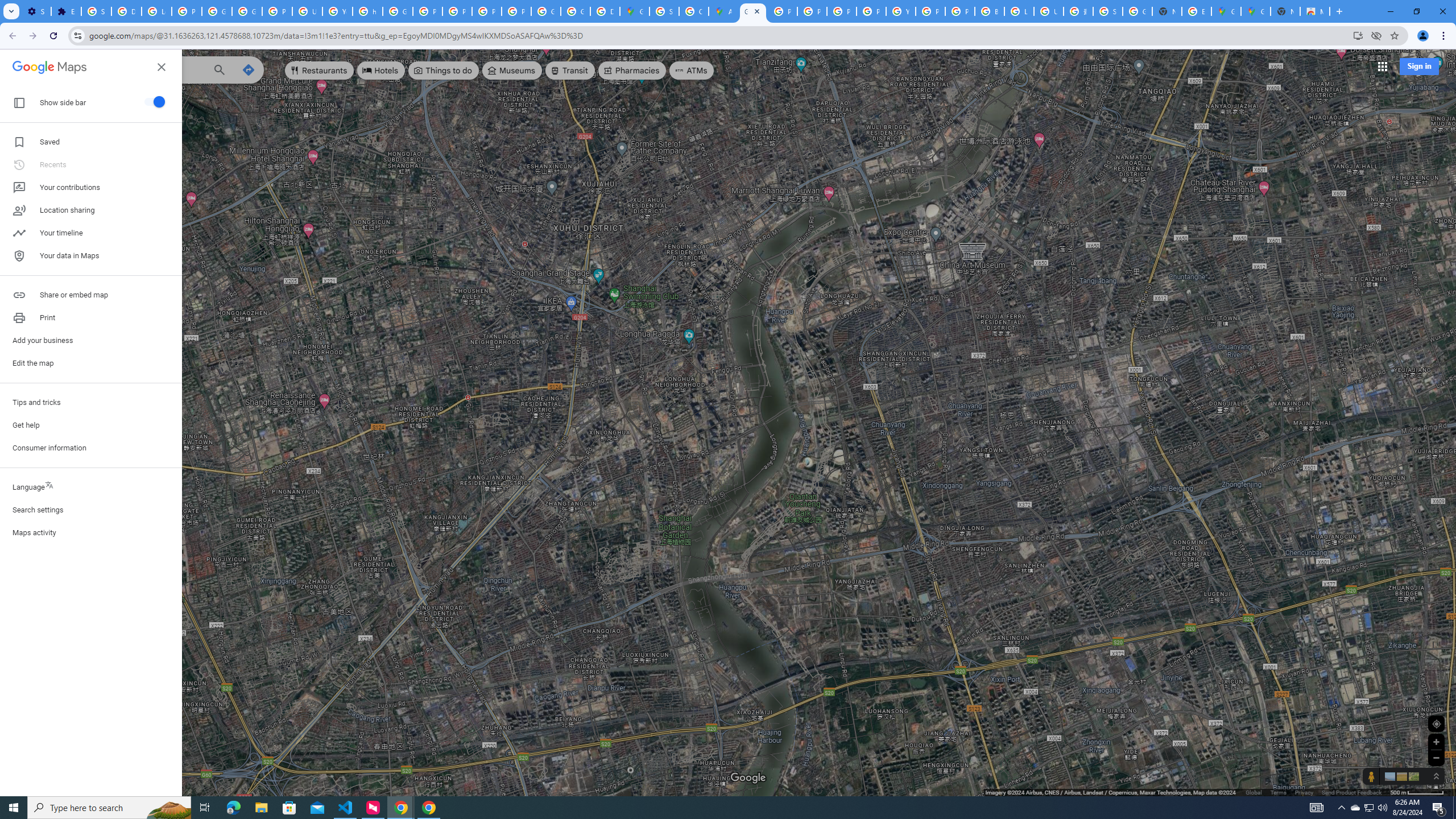  I want to click on 'Consumer information', so click(90, 448).